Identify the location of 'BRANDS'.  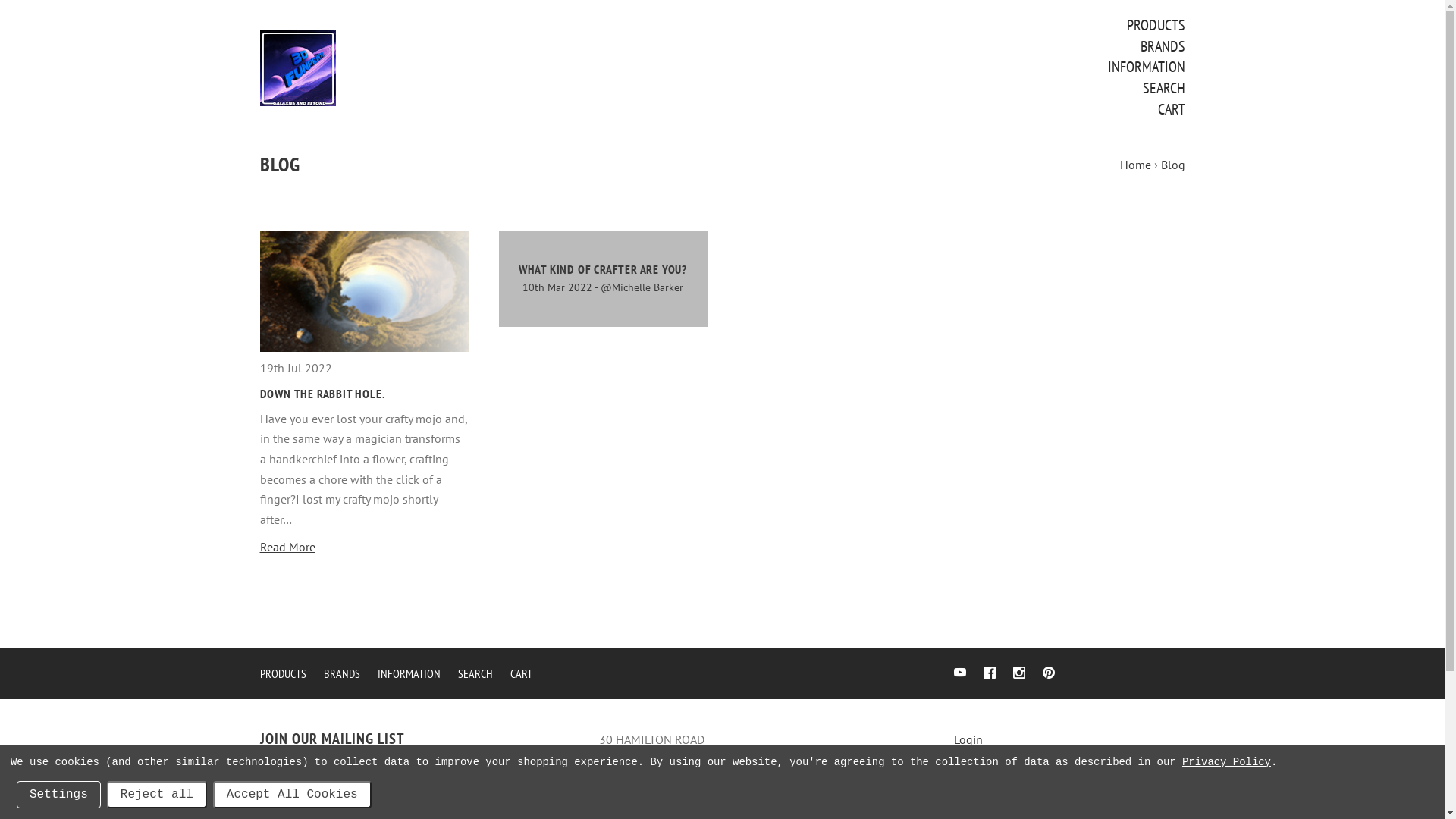
(322, 672).